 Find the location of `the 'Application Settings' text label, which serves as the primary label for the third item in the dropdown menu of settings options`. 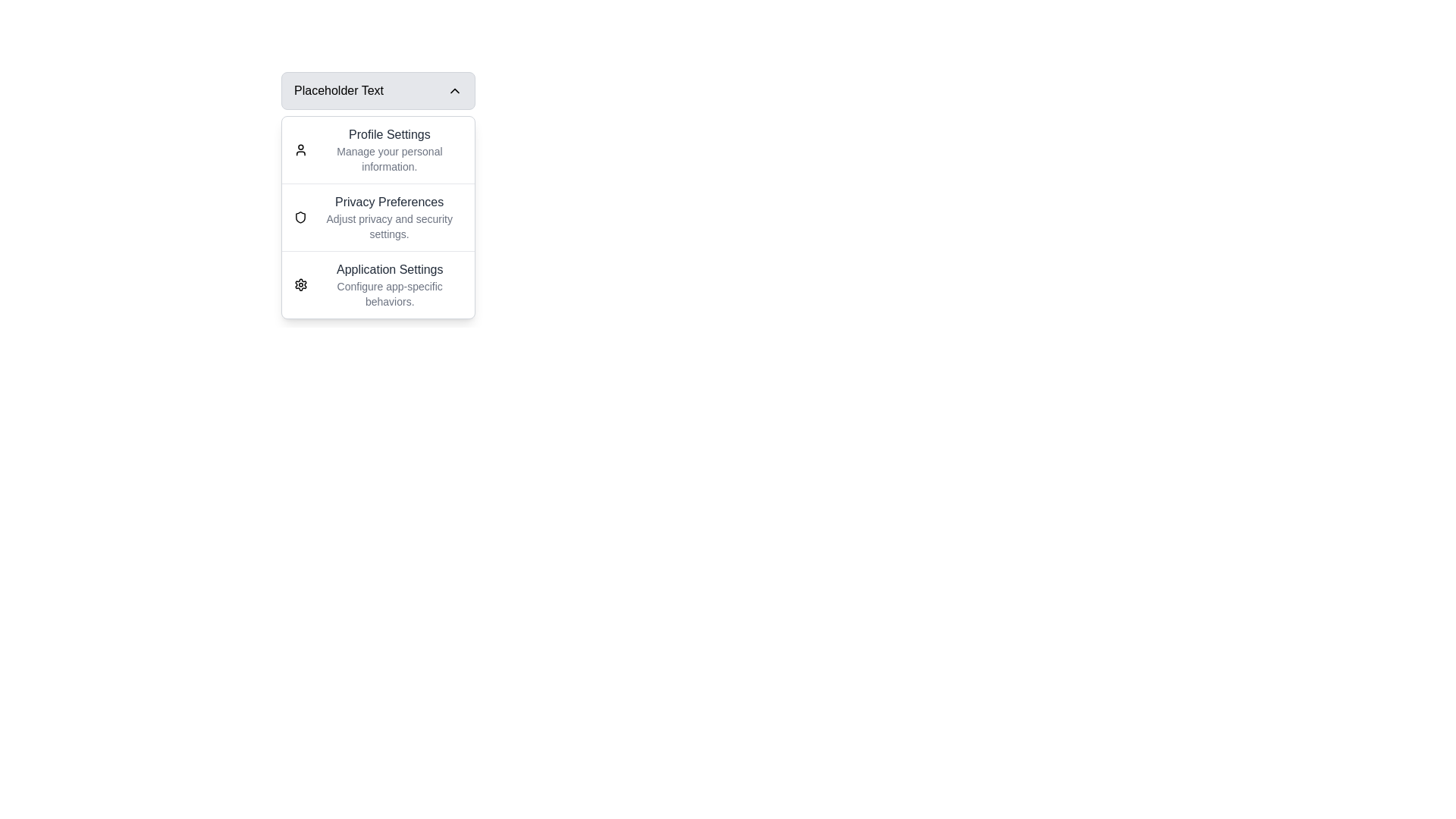

the 'Application Settings' text label, which serves as the primary label for the third item in the dropdown menu of settings options is located at coordinates (390, 268).